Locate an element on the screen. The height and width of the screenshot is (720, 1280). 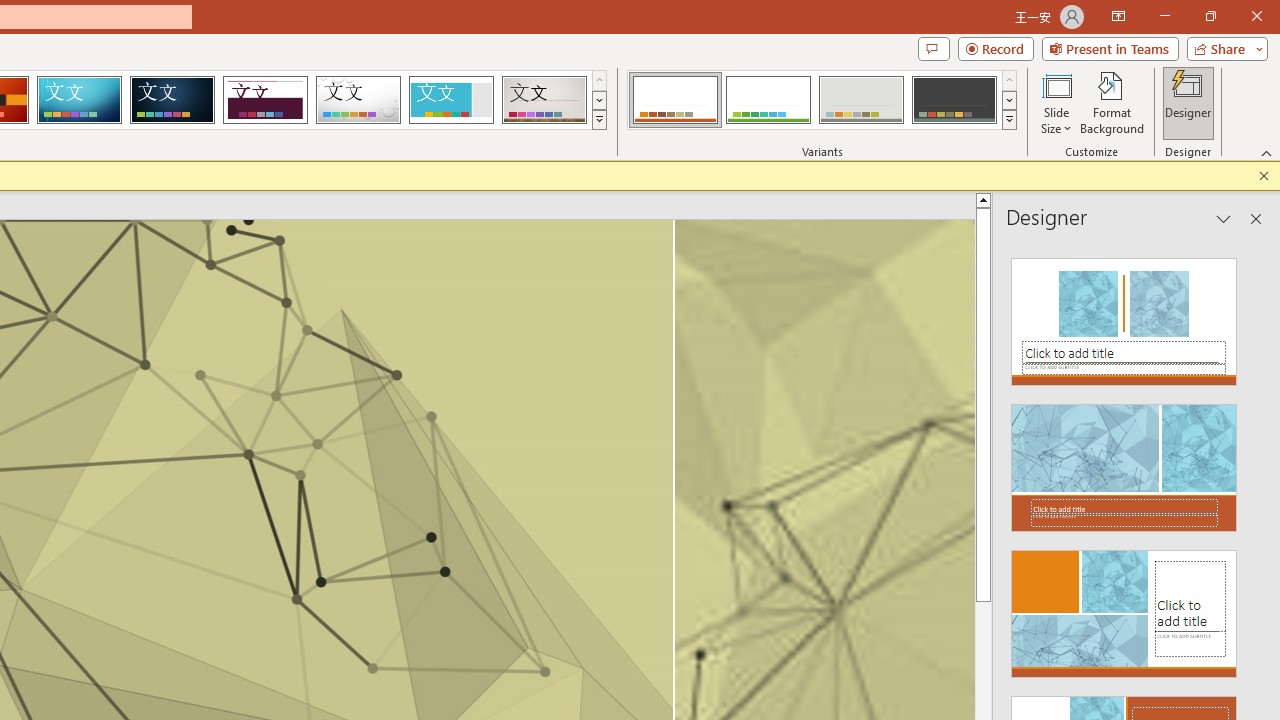
'Design Idea' is located at coordinates (1124, 607).